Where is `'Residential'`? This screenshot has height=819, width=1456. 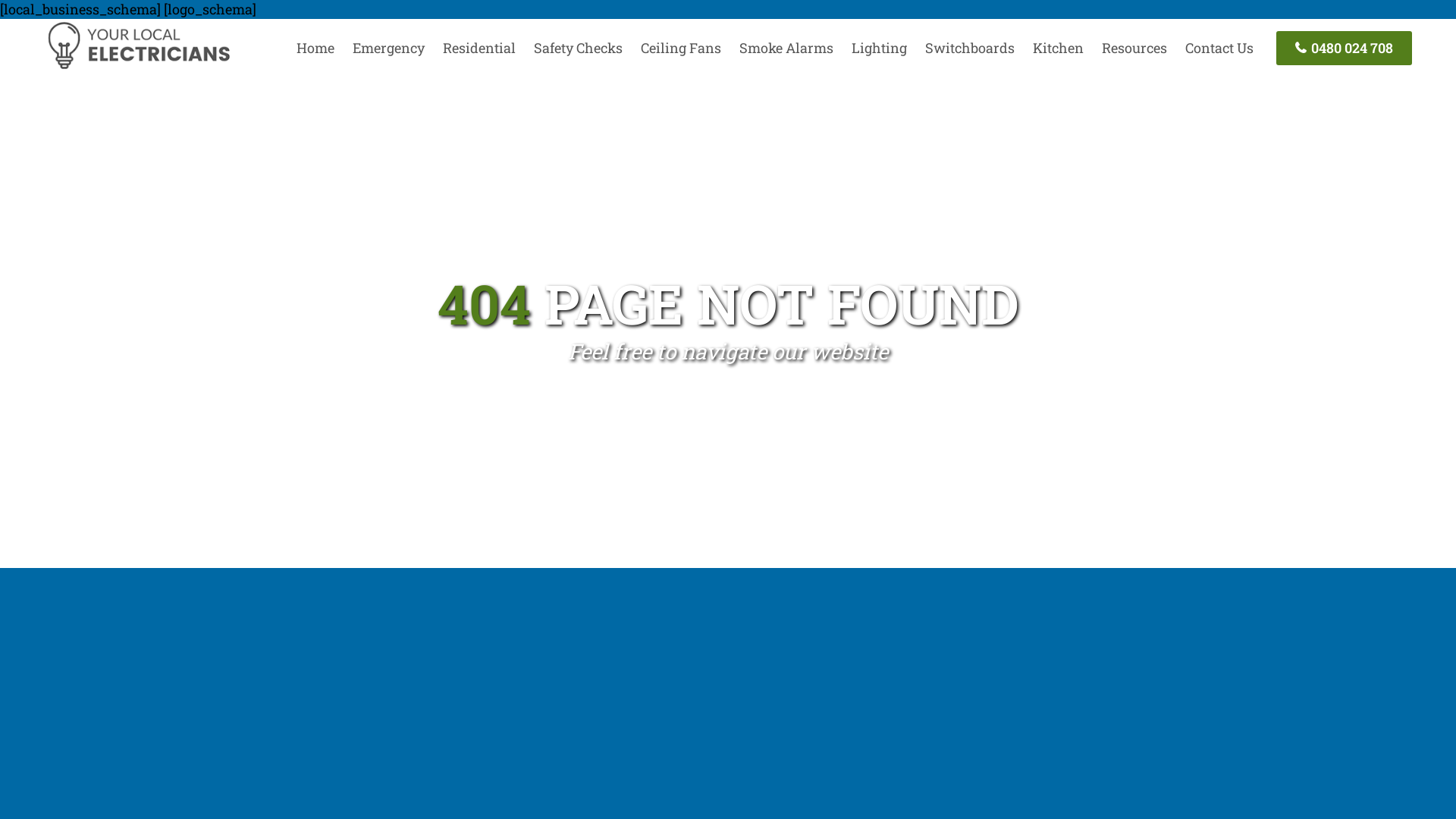 'Residential' is located at coordinates (479, 46).